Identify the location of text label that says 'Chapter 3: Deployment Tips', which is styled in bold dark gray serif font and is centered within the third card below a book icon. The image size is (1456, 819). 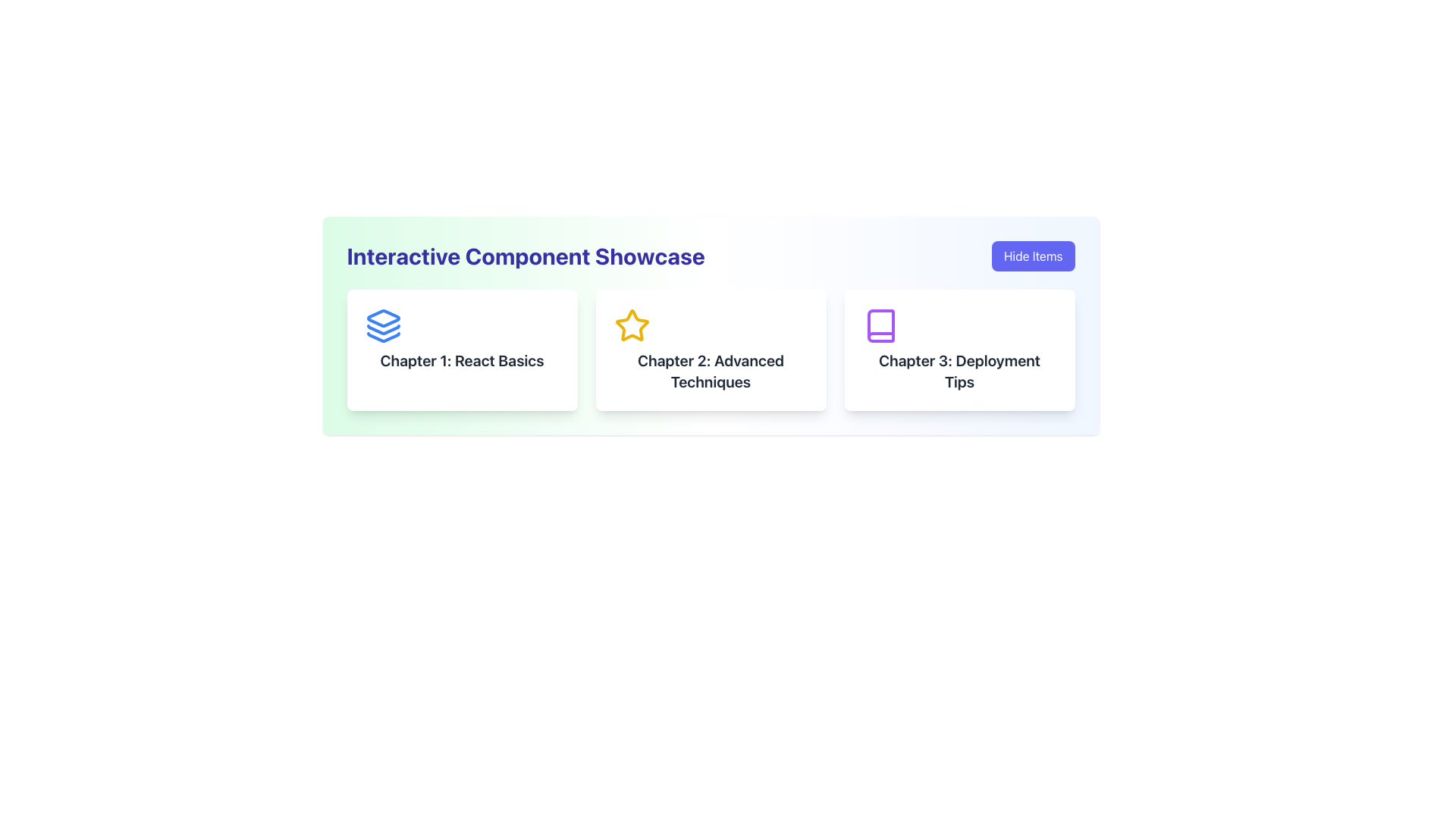
(959, 371).